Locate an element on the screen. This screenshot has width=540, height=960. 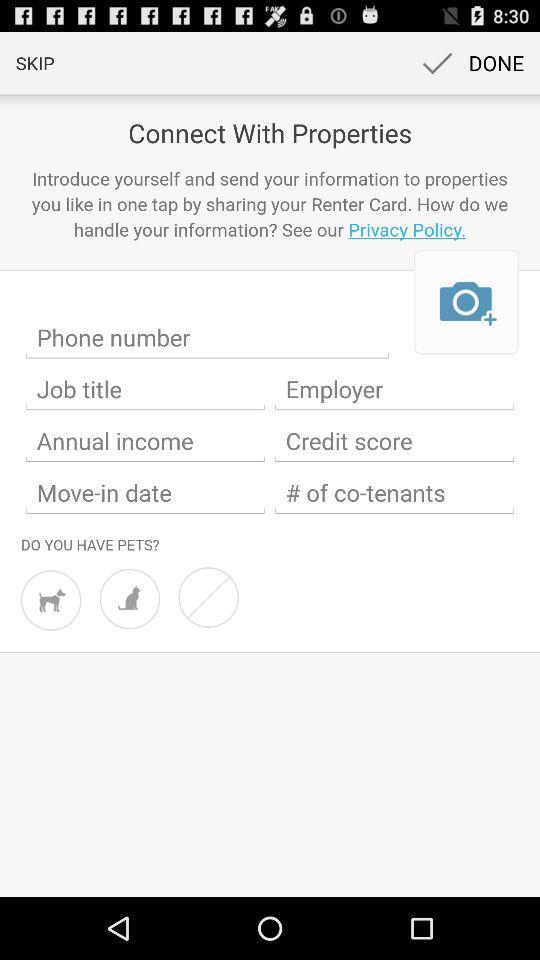
of co-tenants textbox is located at coordinates (394, 492).